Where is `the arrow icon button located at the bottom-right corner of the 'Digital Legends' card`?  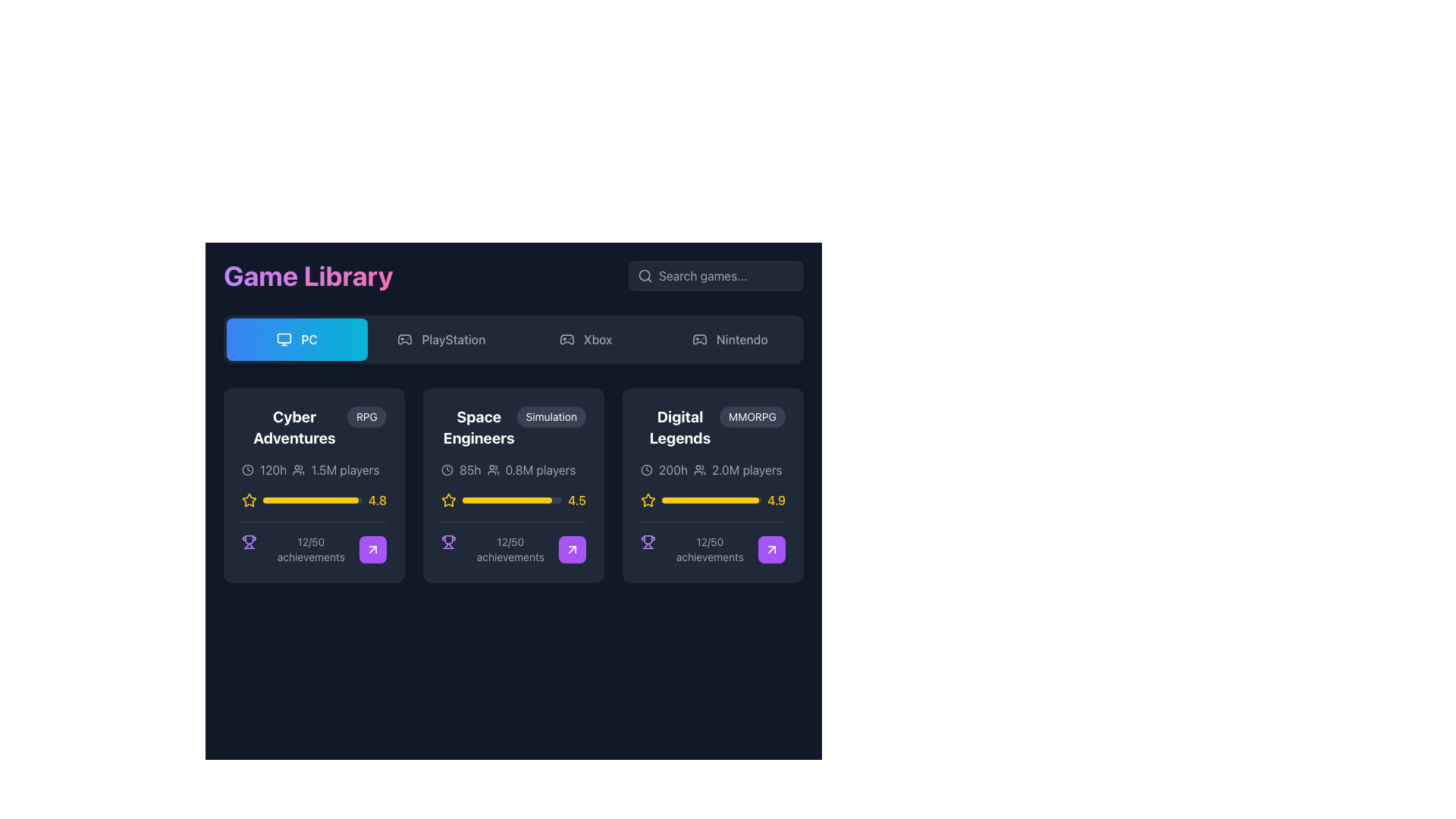 the arrow icon button located at the bottom-right corner of the 'Digital Legends' card is located at coordinates (571, 550).